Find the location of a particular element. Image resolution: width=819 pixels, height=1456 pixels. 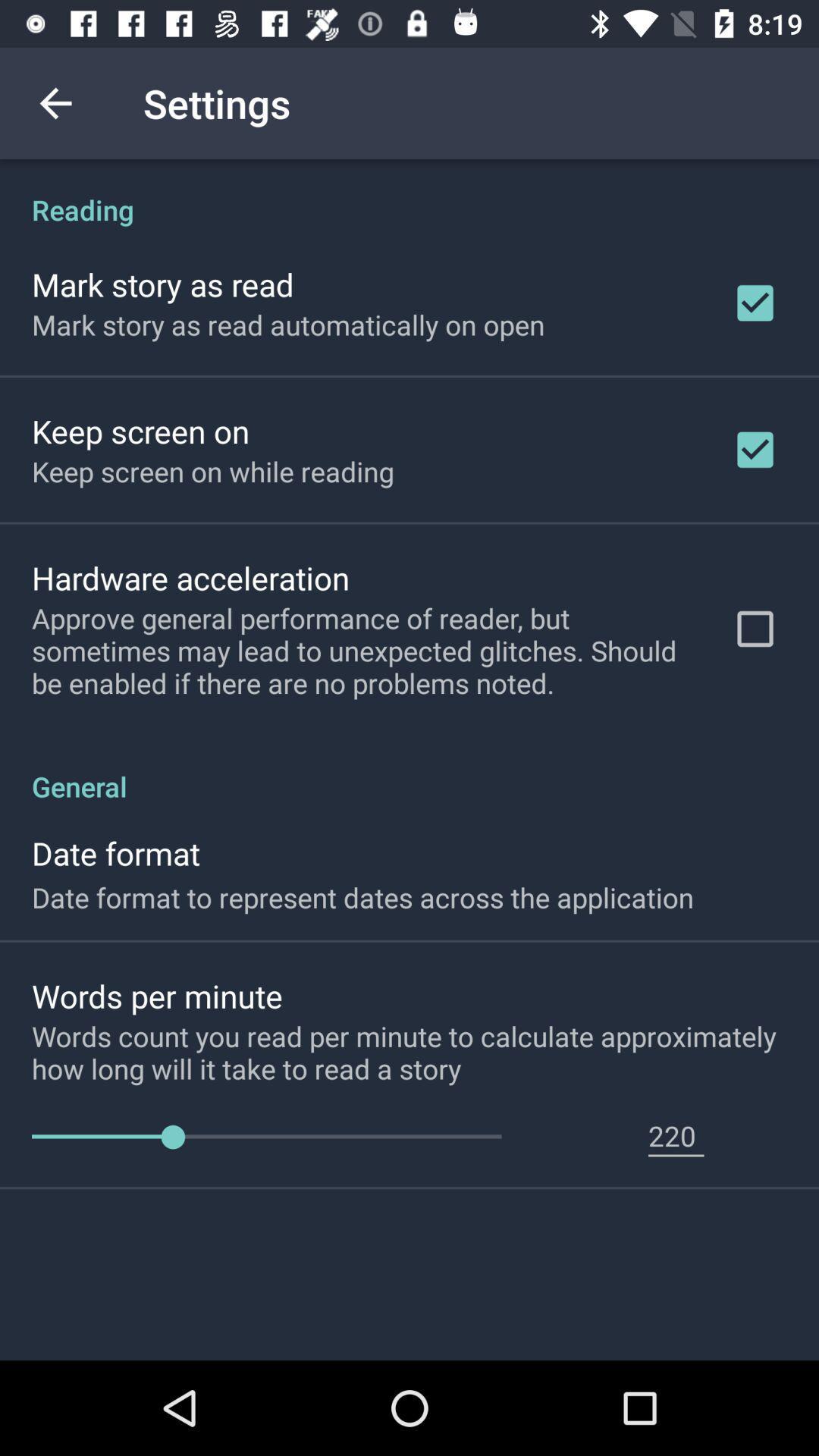

item next to 220 is located at coordinates (265, 1137).